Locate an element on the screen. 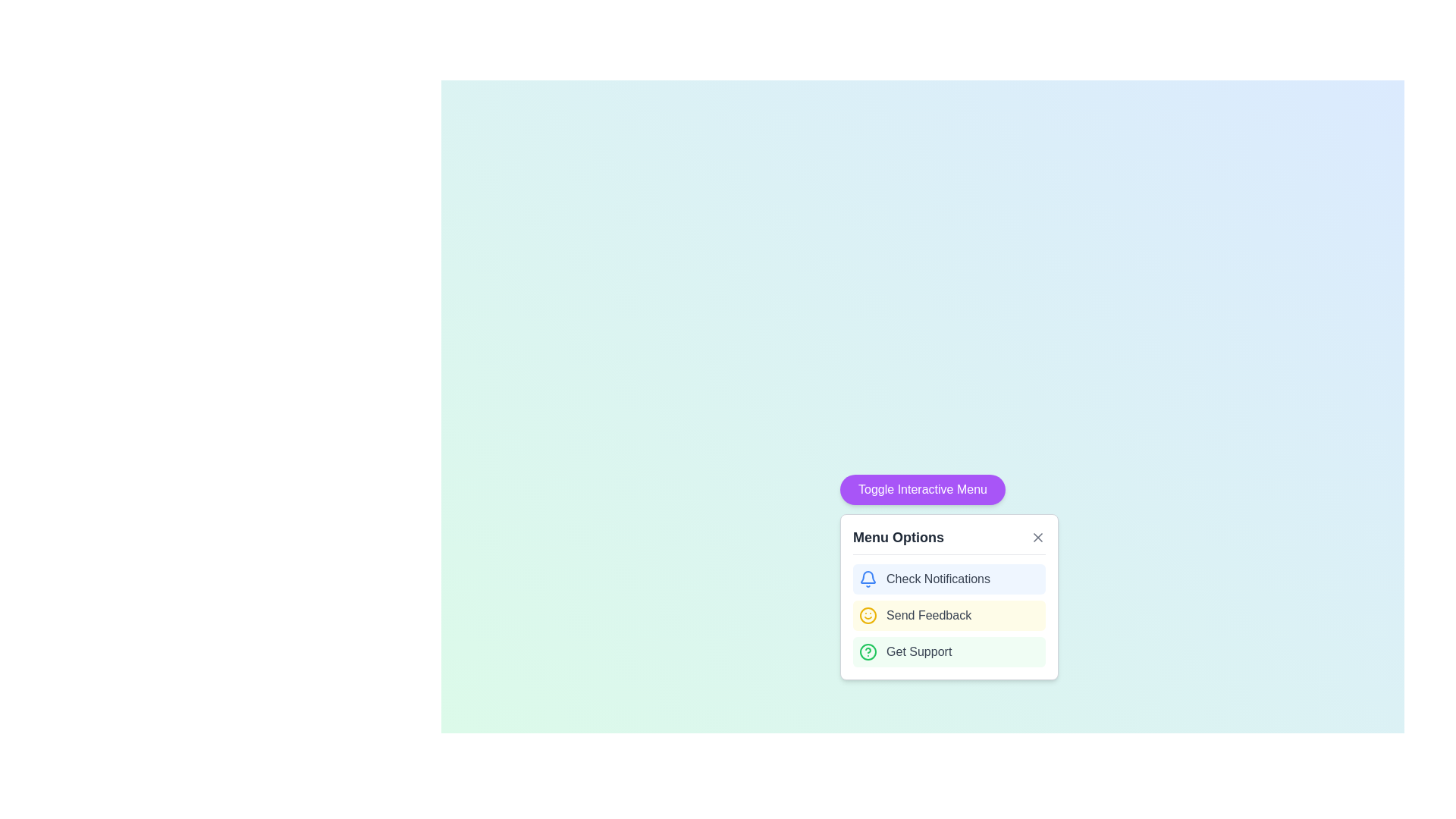 This screenshot has width=1456, height=819. the light blue button labeled 'Check Notifications' that contains a blue bell icon is located at coordinates (949, 579).